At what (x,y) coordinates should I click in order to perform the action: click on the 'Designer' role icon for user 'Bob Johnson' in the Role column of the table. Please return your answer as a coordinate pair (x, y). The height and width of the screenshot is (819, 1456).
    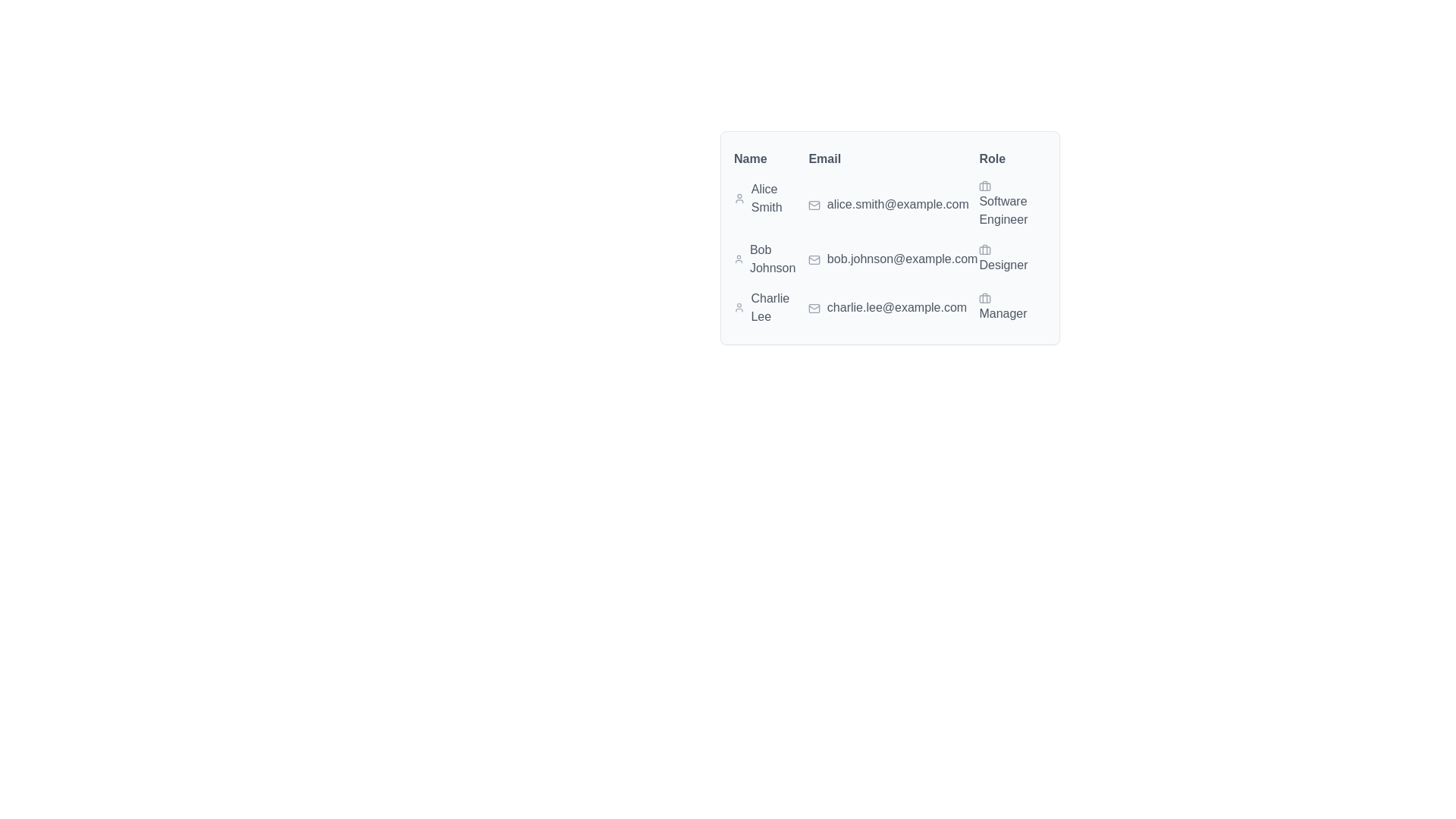
    Looking at the image, I should click on (985, 249).